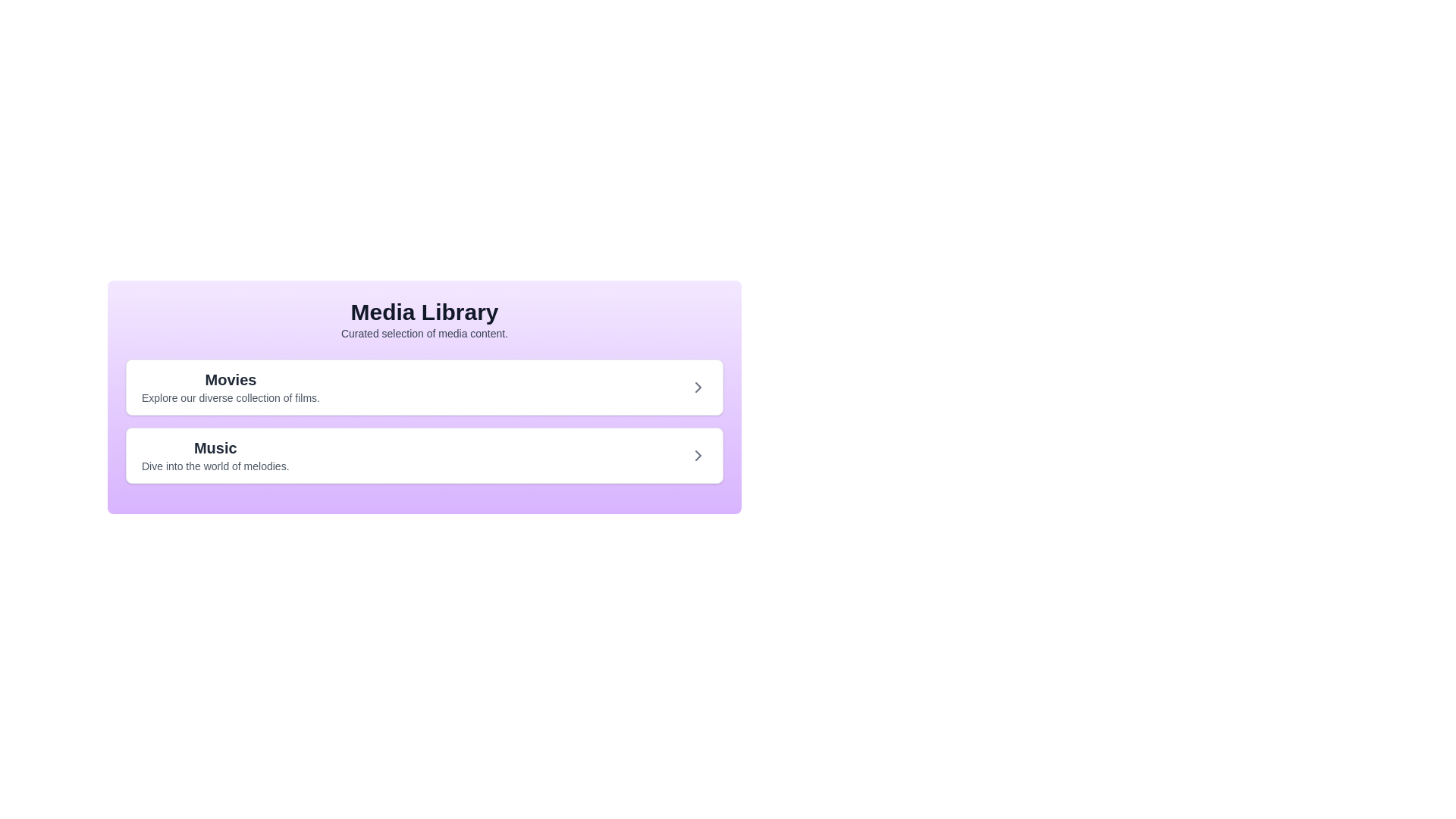  I want to click on the right-pointing chevron icon within the 'Music' interactive card, which is styled in gray and serves as a directional indicator, so click(698, 455).